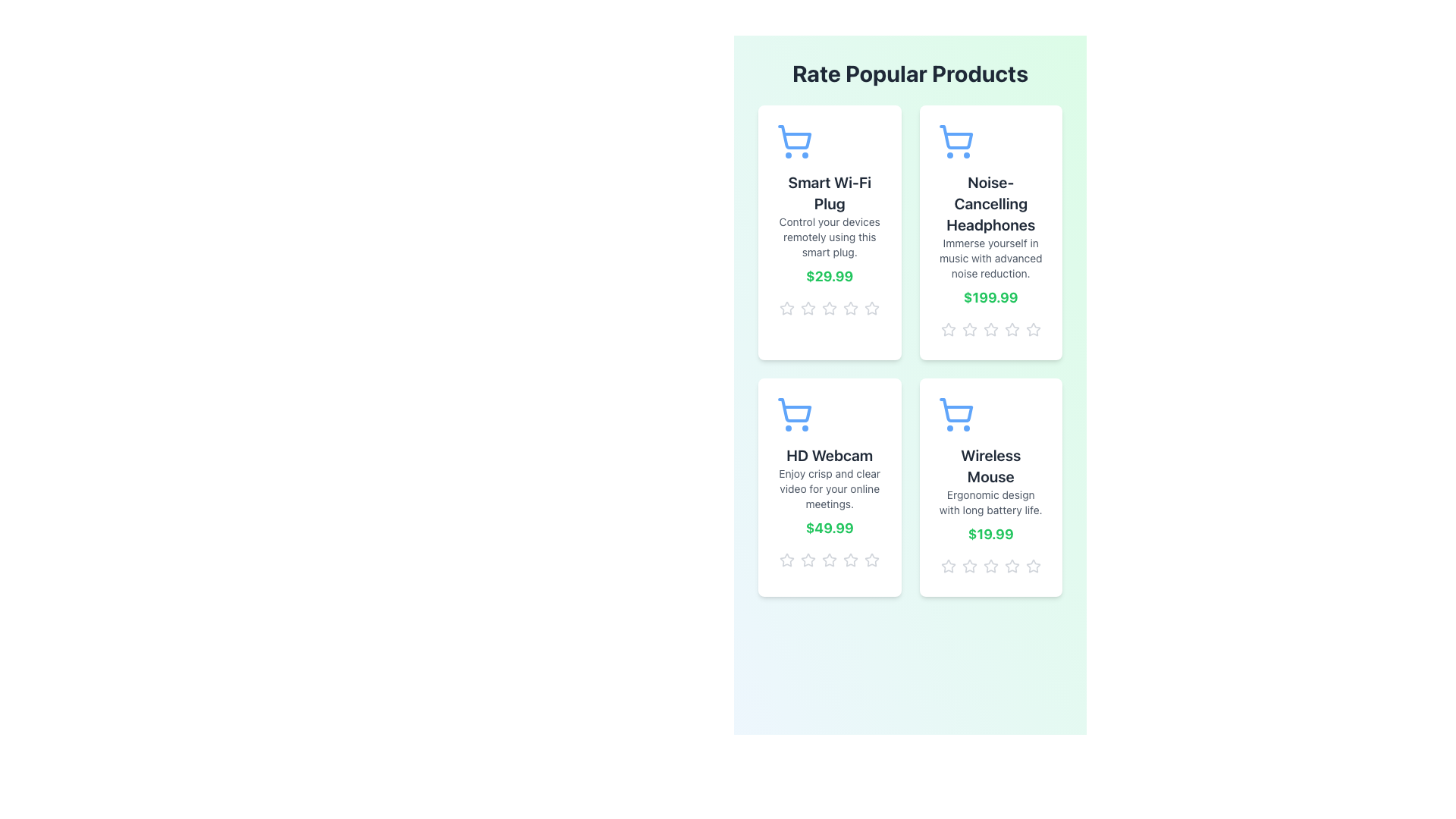 The height and width of the screenshot is (819, 1456). What do you see at coordinates (990, 465) in the screenshot?
I see `the static text label displaying the product name 'Wireless Mouse' located in the bottom-right section of the product grid` at bounding box center [990, 465].